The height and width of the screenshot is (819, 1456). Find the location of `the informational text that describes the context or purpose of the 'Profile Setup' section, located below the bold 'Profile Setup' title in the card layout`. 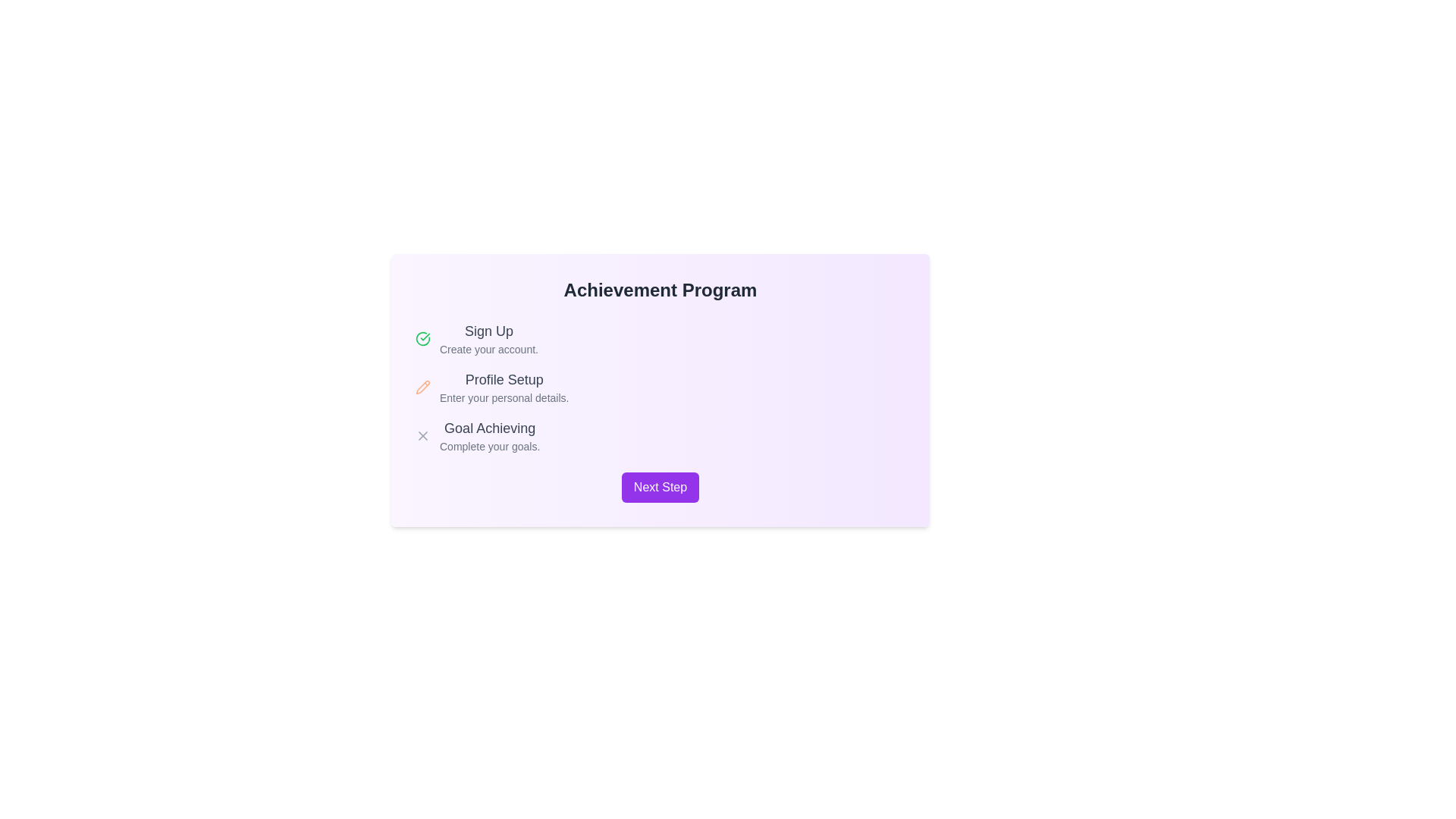

the informational text that describes the context or purpose of the 'Profile Setup' section, located below the bold 'Profile Setup' title in the card layout is located at coordinates (504, 397).